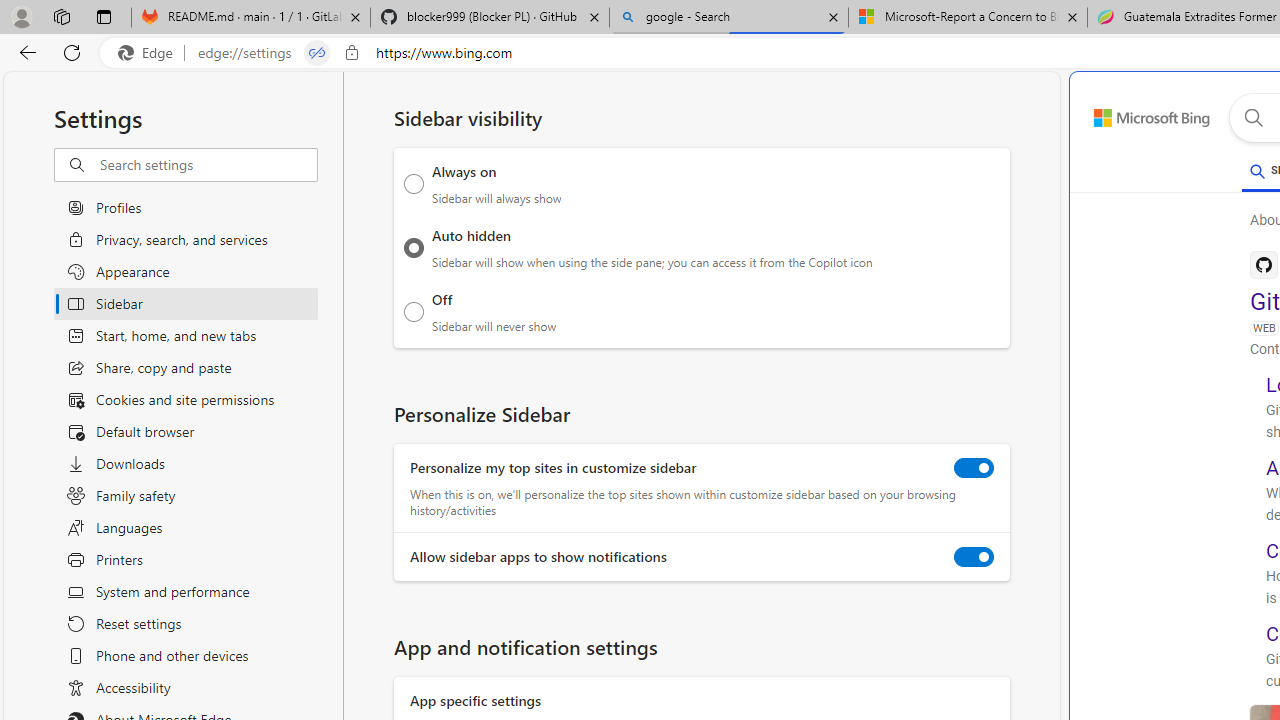 The height and width of the screenshot is (720, 1280). Describe the element at coordinates (974, 557) in the screenshot. I see `'Allow sidebar apps to show notifications'` at that location.